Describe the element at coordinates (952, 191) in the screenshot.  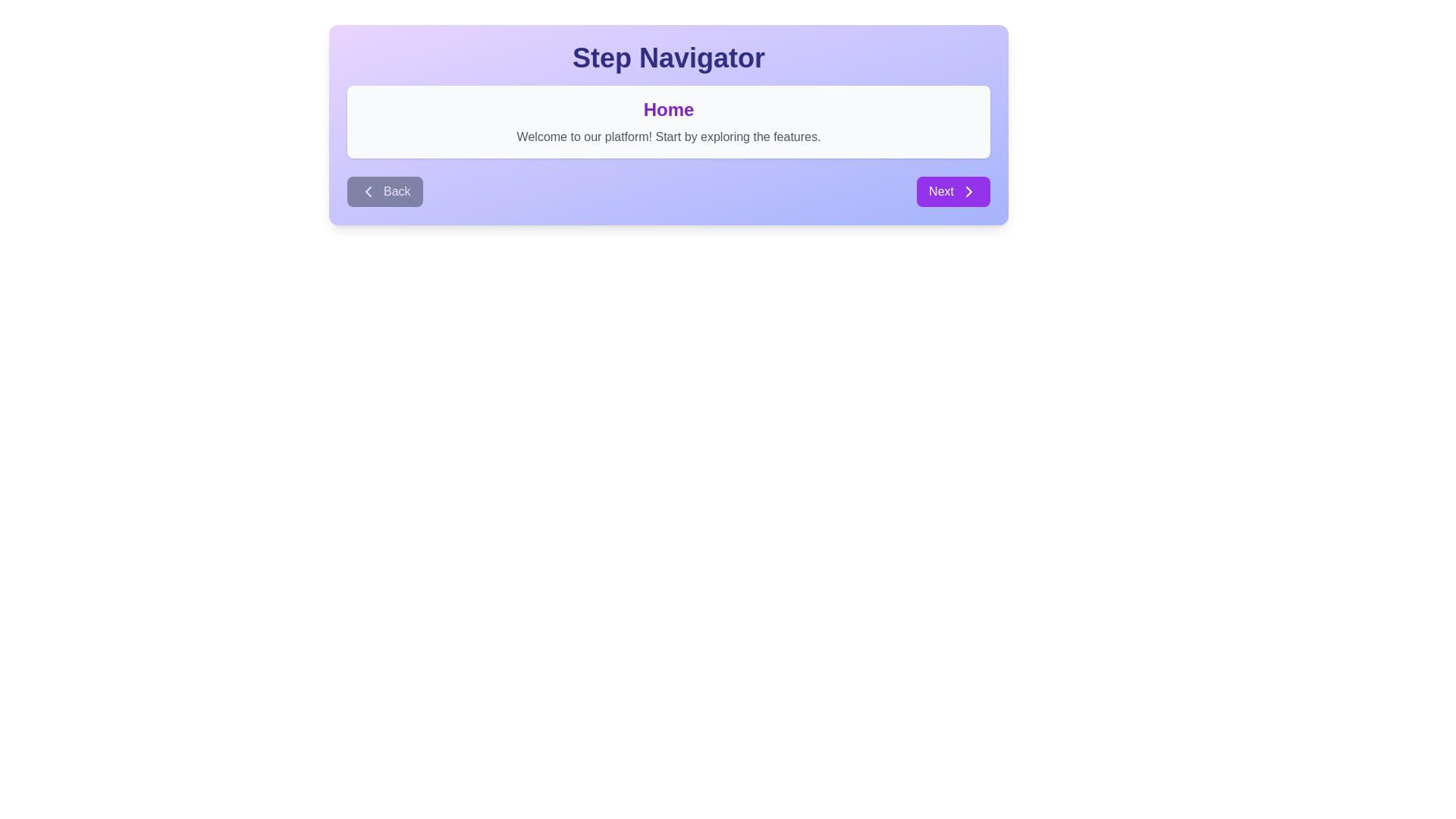
I see `the rightmost button in the bottom-right section of the main navigation control area` at that location.